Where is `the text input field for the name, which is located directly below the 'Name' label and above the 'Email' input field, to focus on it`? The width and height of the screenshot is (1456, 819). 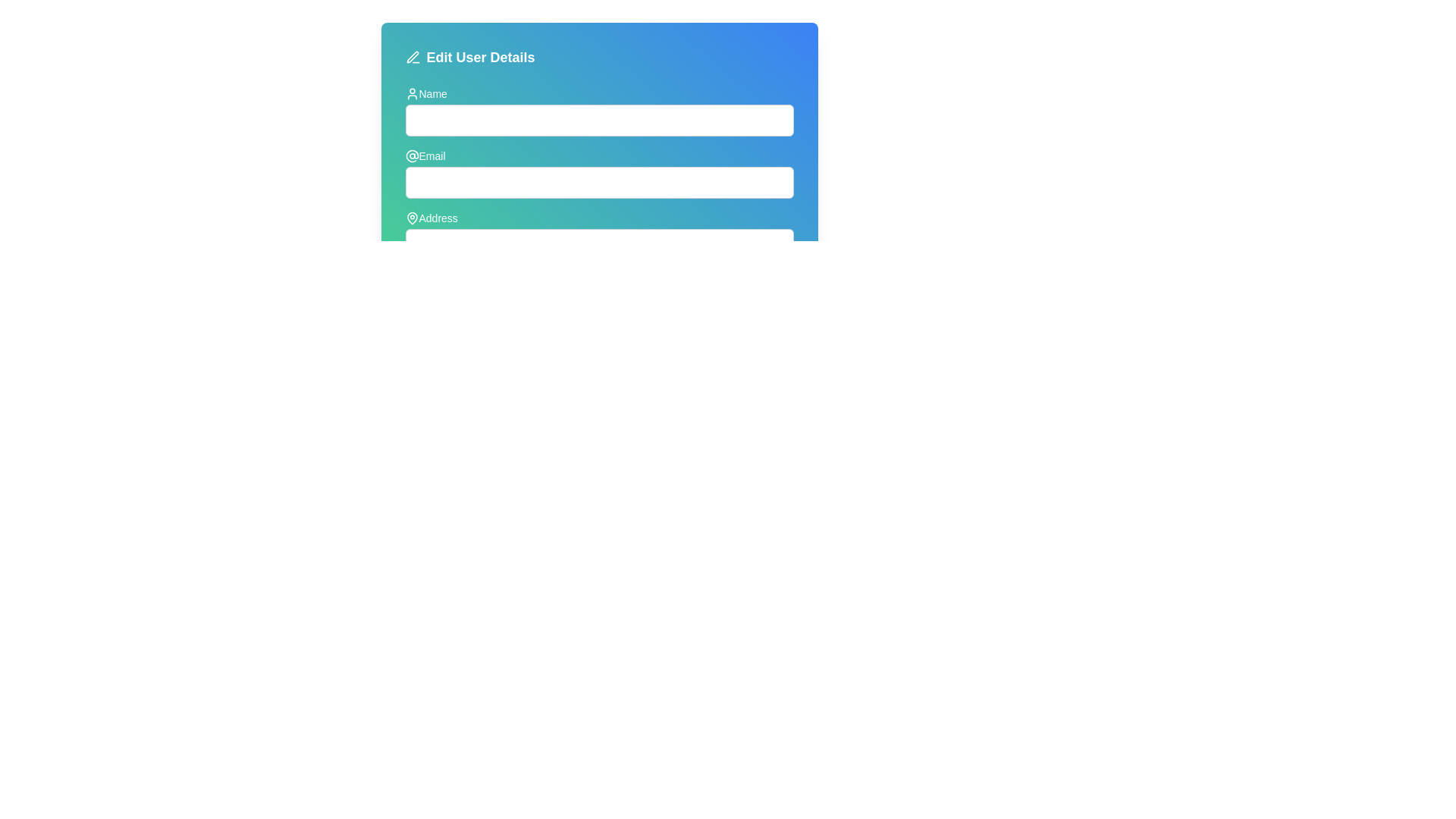
the text input field for the name, which is located directly below the 'Name' label and above the 'Email' input field, to focus on it is located at coordinates (598, 110).